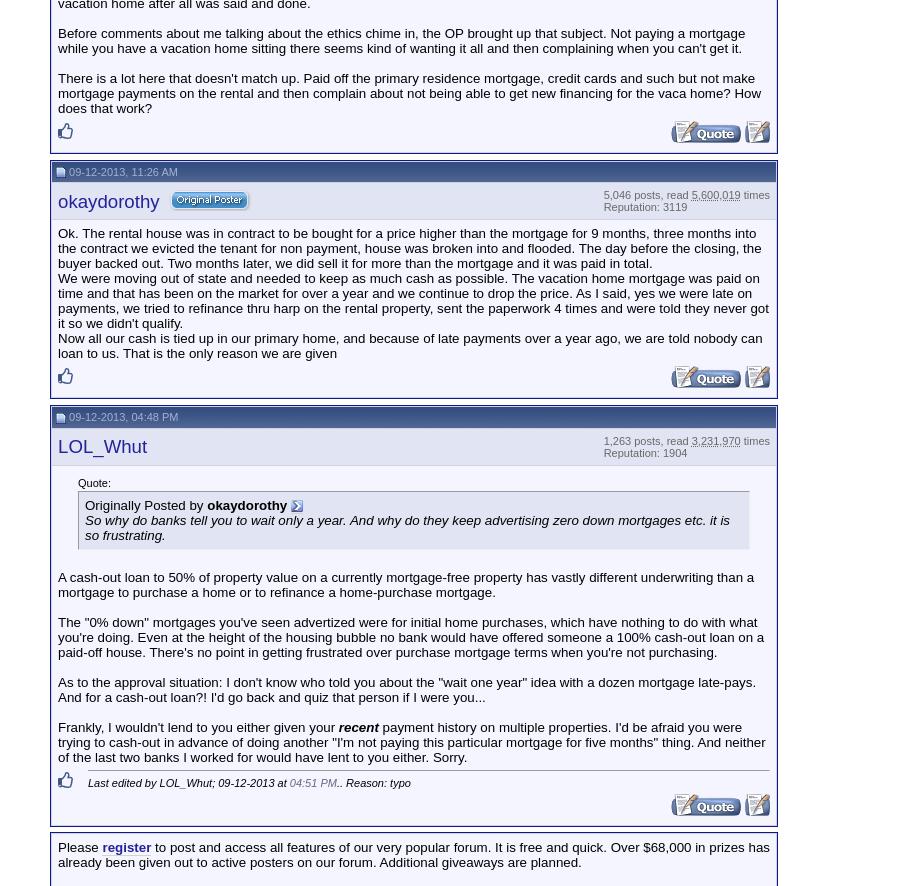 The image size is (907, 886). Describe the element at coordinates (410, 636) in the screenshot. I see `'The "0% down"  mortgages you've seen advertized were for initial home purchases, which  have nothing to do with what you're doing.  Even at the height of the housing bubble no bank would have offered someone a 100% cash-out loan on a paid-off house.  There's no point in getting frustrated over purchase mortgage terms when you're not purchasing.'` at that location.